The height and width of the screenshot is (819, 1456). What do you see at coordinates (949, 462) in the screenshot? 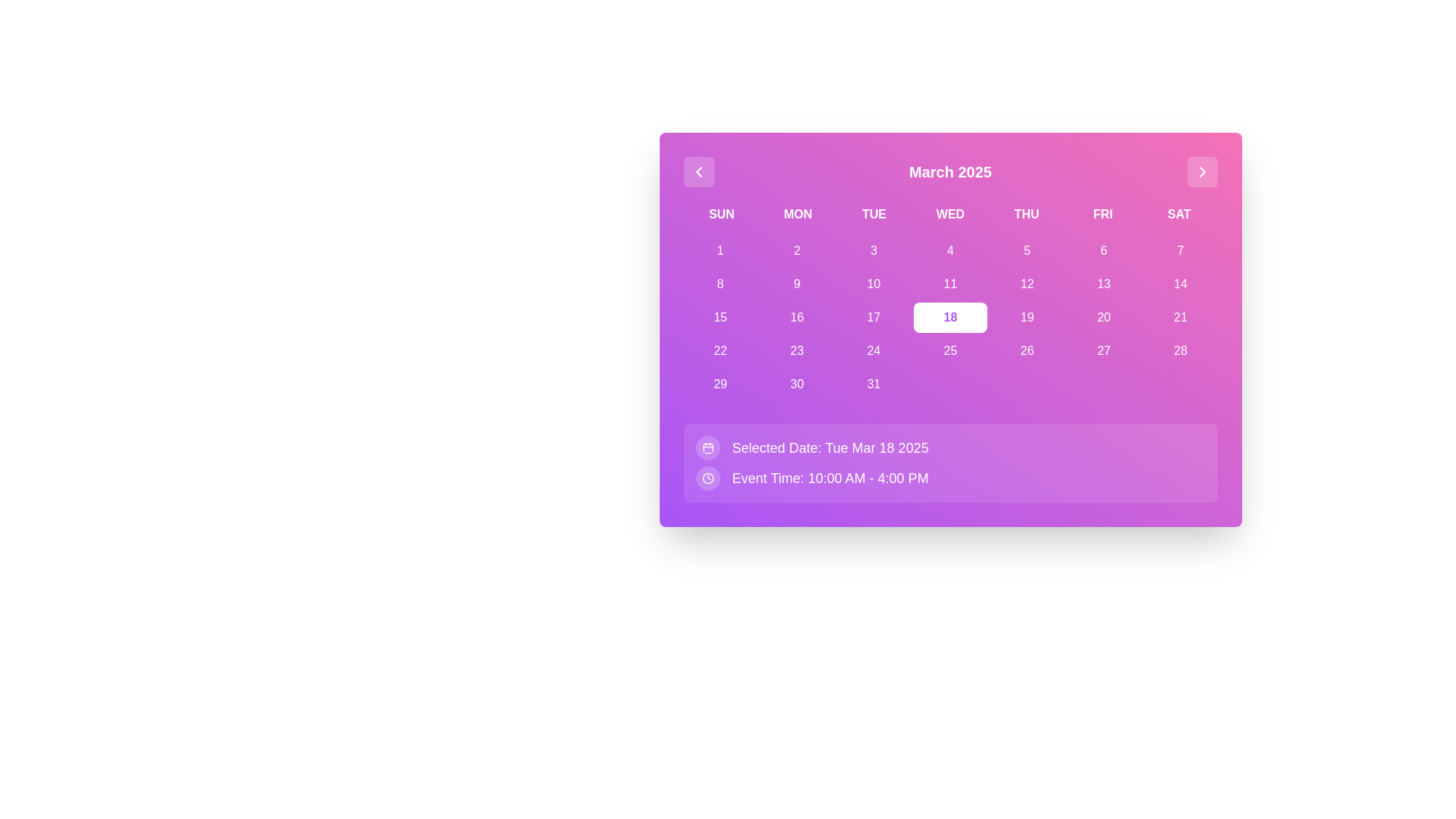
I see `the displayed information in the Information Panel, which shows the selected date and event time with icons` at bounding box center [949, 462].